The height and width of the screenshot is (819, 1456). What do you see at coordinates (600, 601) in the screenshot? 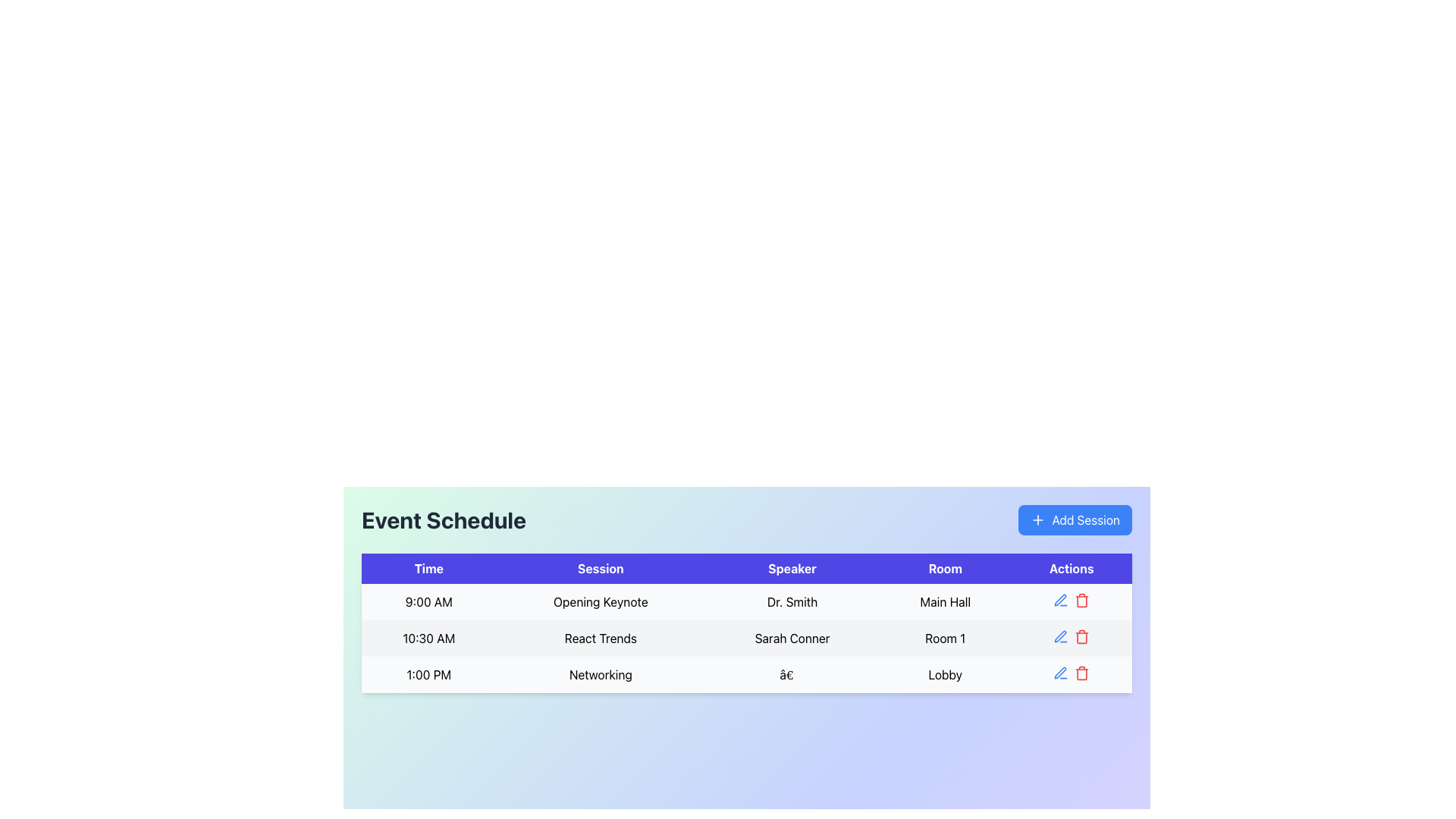
I see `the text label that presents the title of a session in the schedule, located in the second column of the first row under the heading 'Session', centered between the cells containing '9:00 AM' and 'Dr. Smith'` at bounding box center [600, 601].